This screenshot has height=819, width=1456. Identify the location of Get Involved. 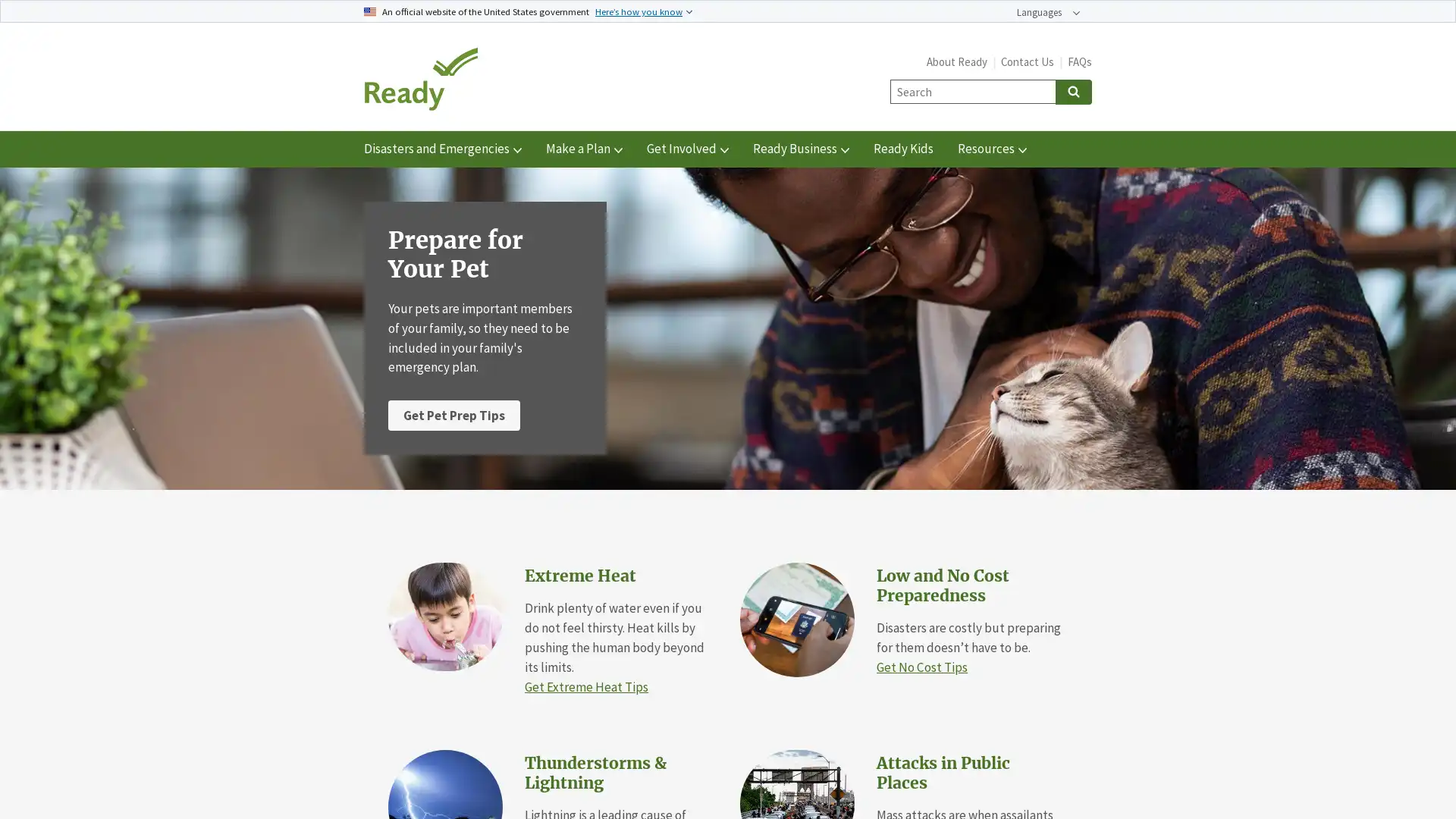
(687, 149).